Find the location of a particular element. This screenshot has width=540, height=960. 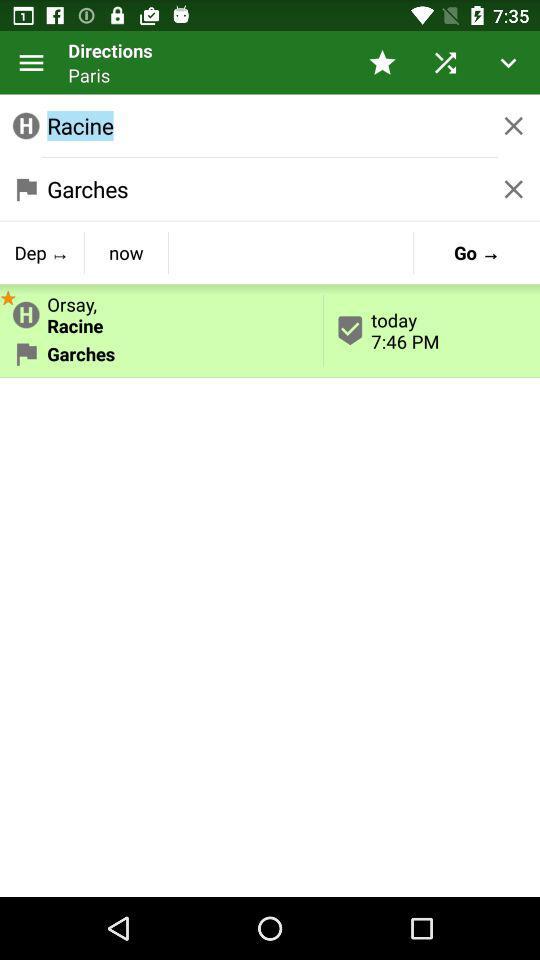

the today 7 46 item is located at coordinates (431, 330).